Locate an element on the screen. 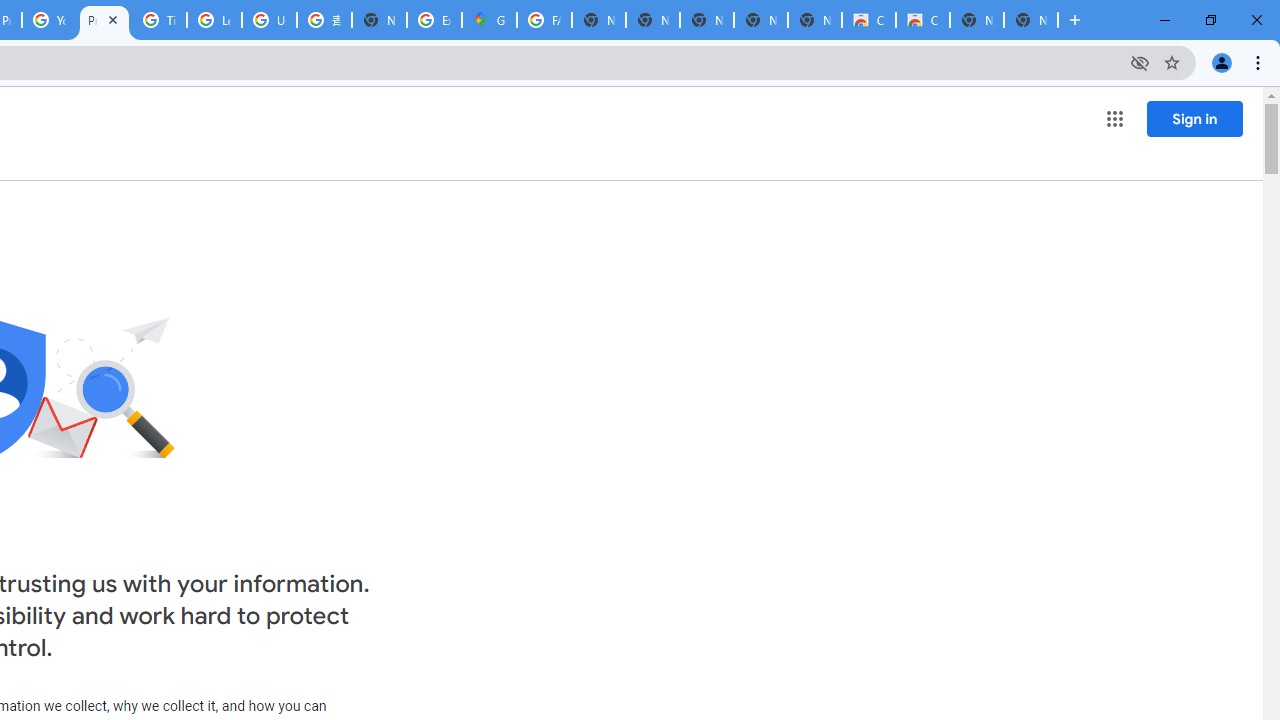 Image resolution: width=1280 pixels, height=720 pixels. 'Explore new street-level details - Google Maps Help' is located at coordinates (433, 20).